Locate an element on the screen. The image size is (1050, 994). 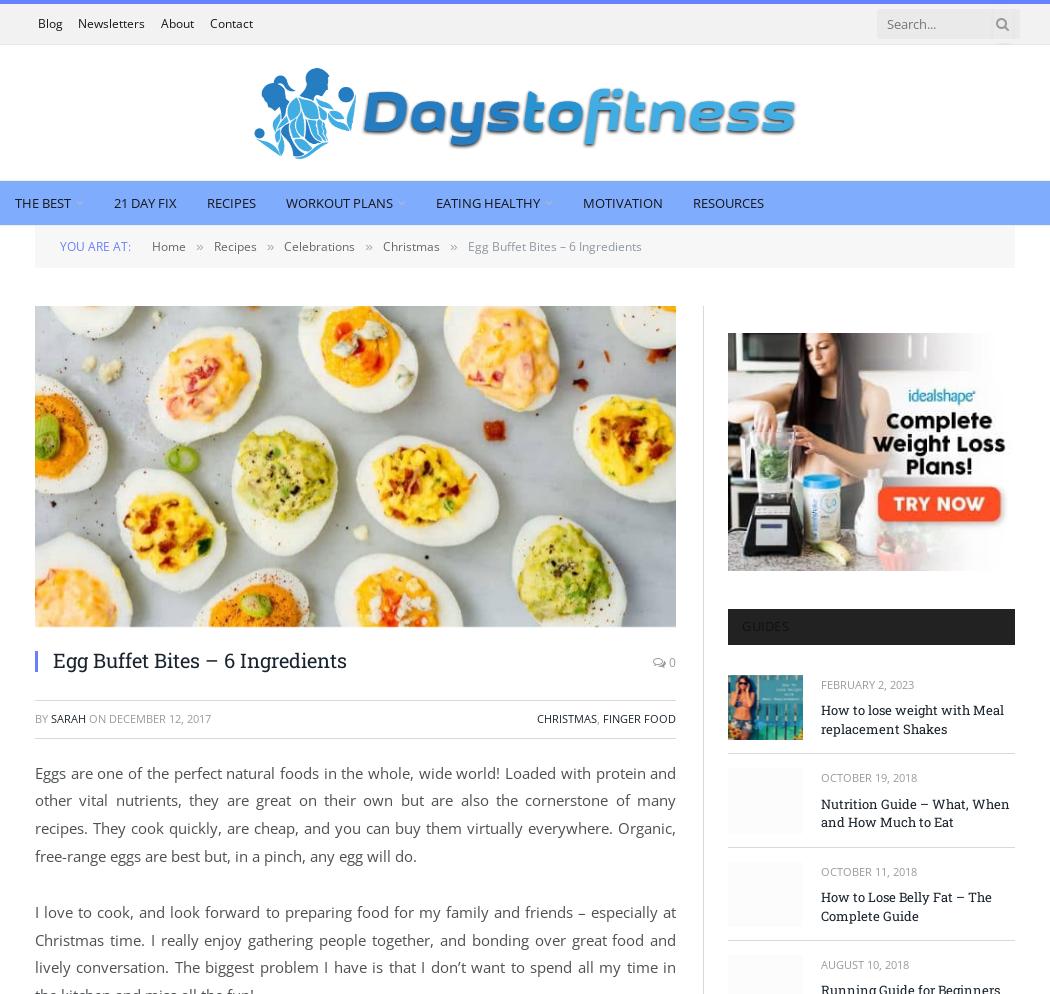
'Motivation' is located at coordinates (581, 200).